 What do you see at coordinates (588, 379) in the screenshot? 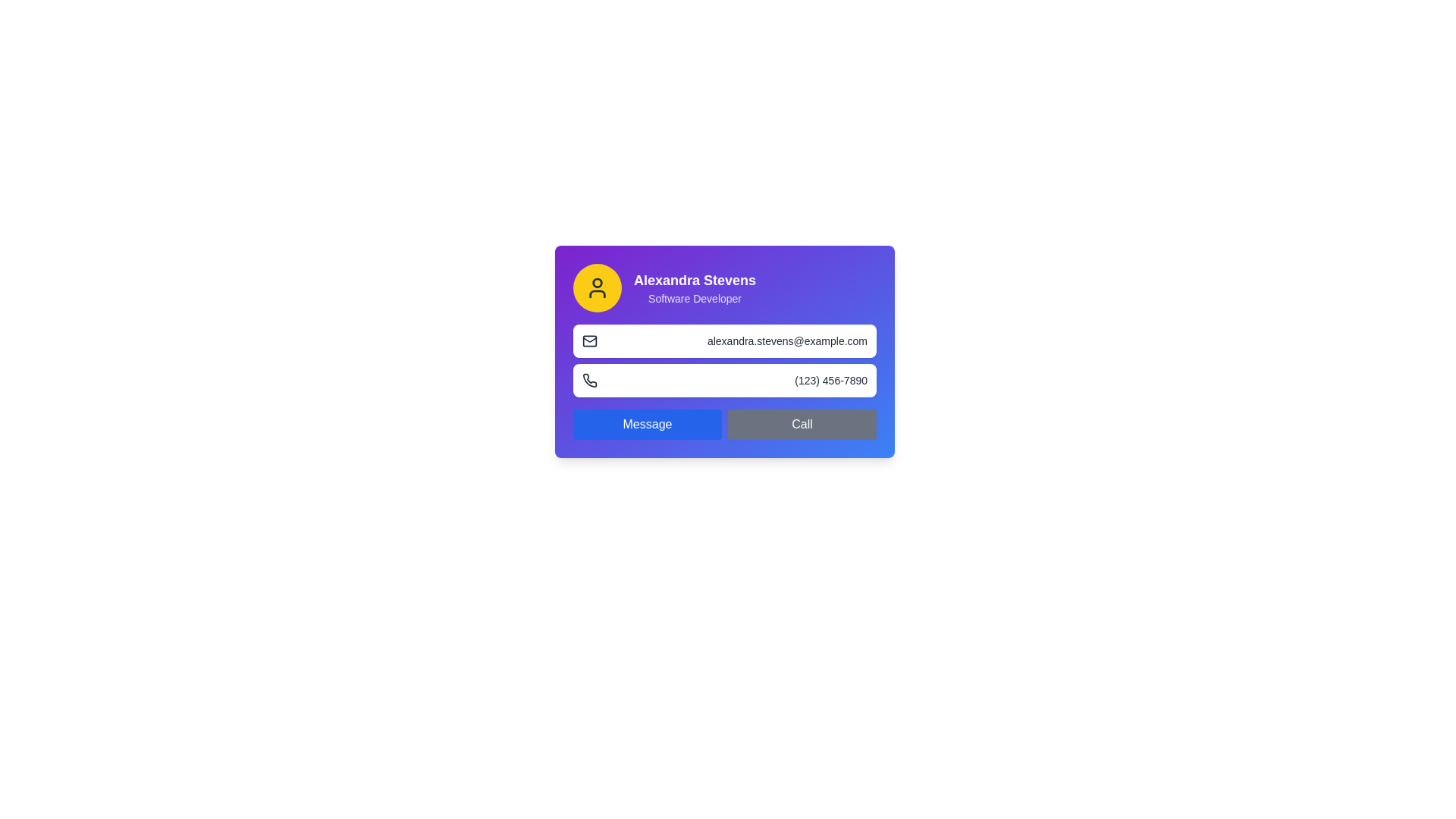
I see `the small monochromatic phone receiver graphic located next to the phone number '(123) 456-7890'` at bounding box center [588, 379].